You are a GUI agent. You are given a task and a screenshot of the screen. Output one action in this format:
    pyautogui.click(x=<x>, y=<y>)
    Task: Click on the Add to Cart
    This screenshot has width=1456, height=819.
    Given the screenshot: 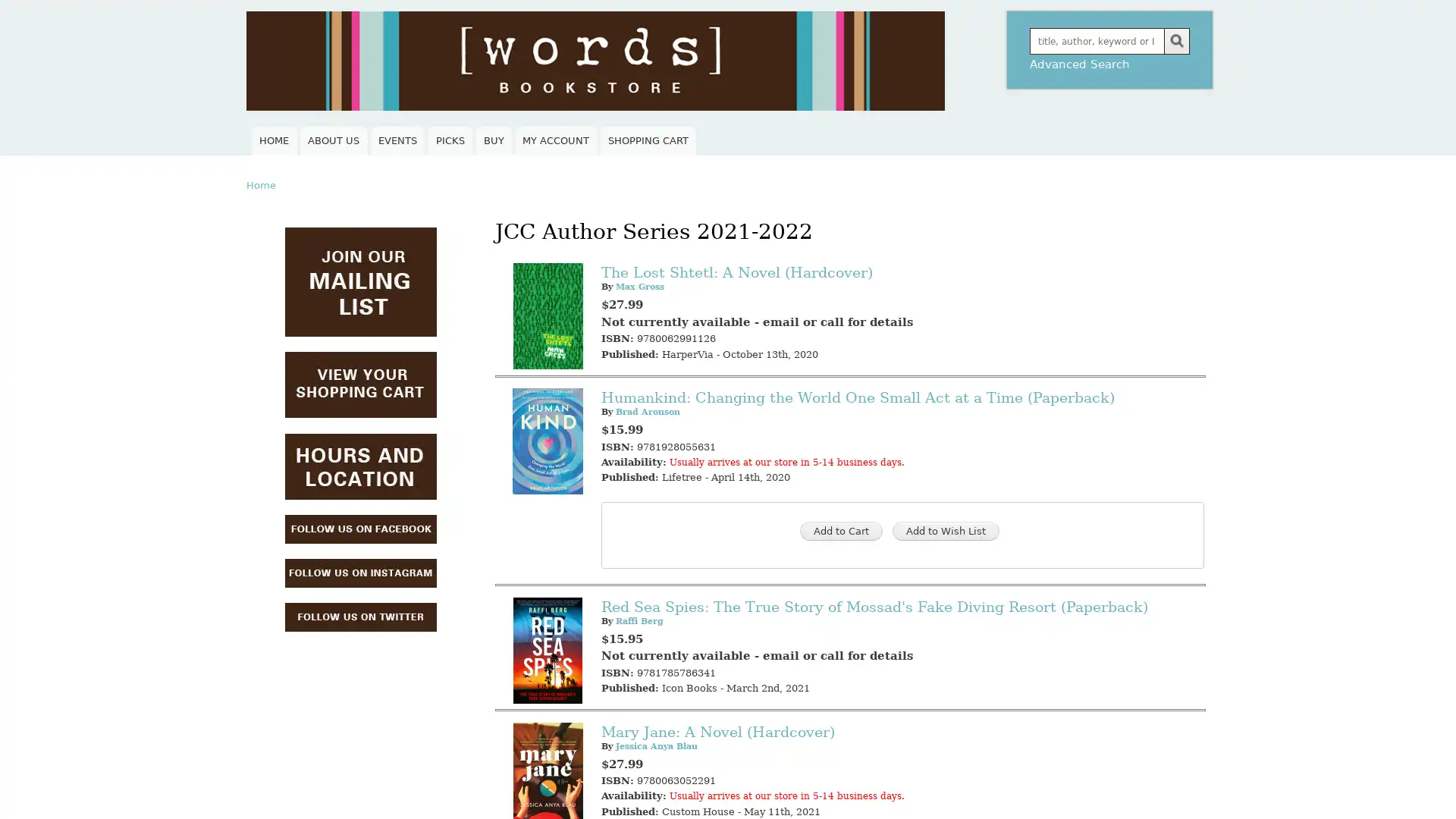 What is the action you would take?
    pyautogui.click(x=840, y=530)
    